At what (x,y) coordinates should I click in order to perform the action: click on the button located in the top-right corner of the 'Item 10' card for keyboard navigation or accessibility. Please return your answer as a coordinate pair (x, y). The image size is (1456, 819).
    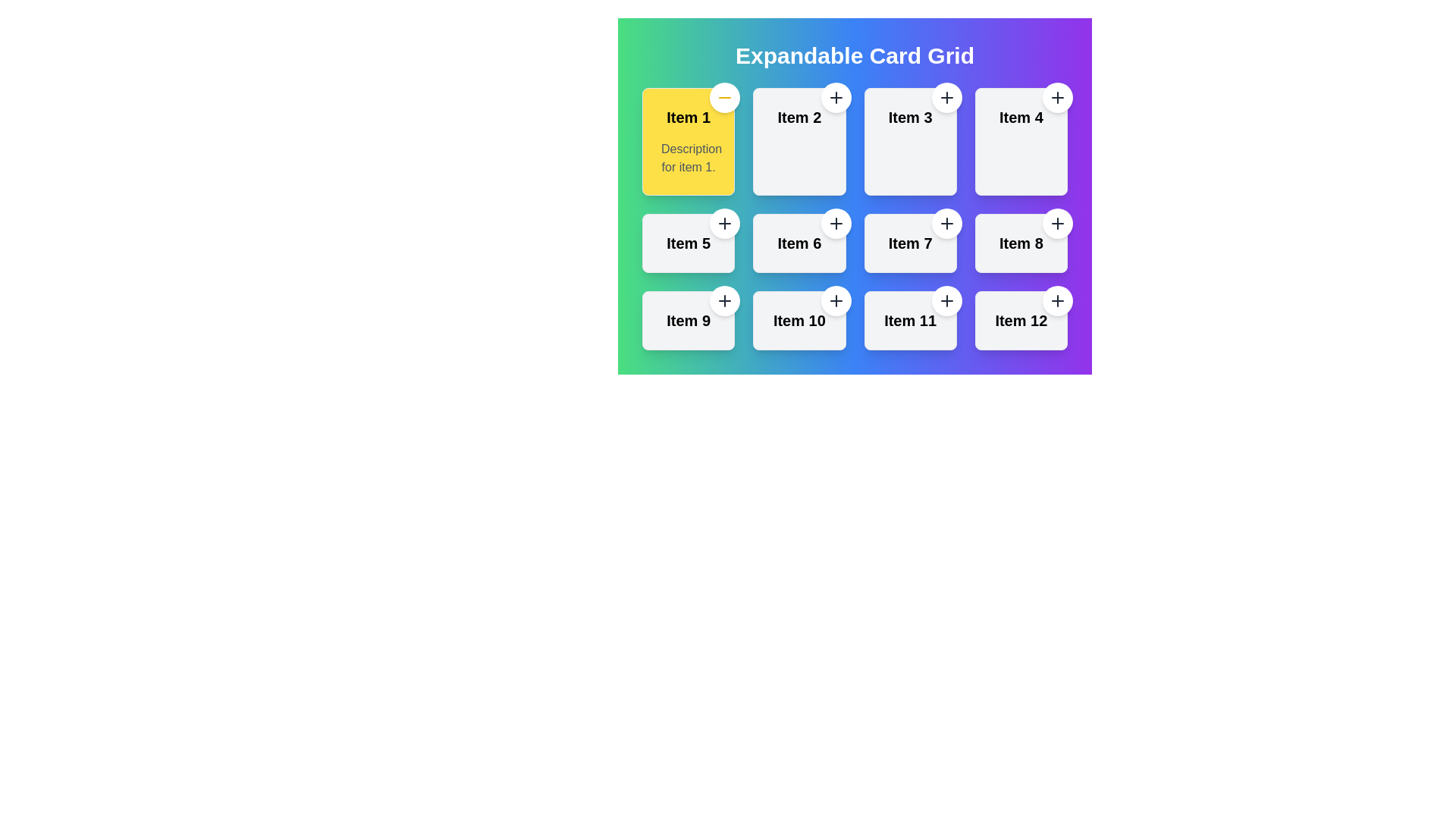
    Looking at the image, I should click on (835, 301).